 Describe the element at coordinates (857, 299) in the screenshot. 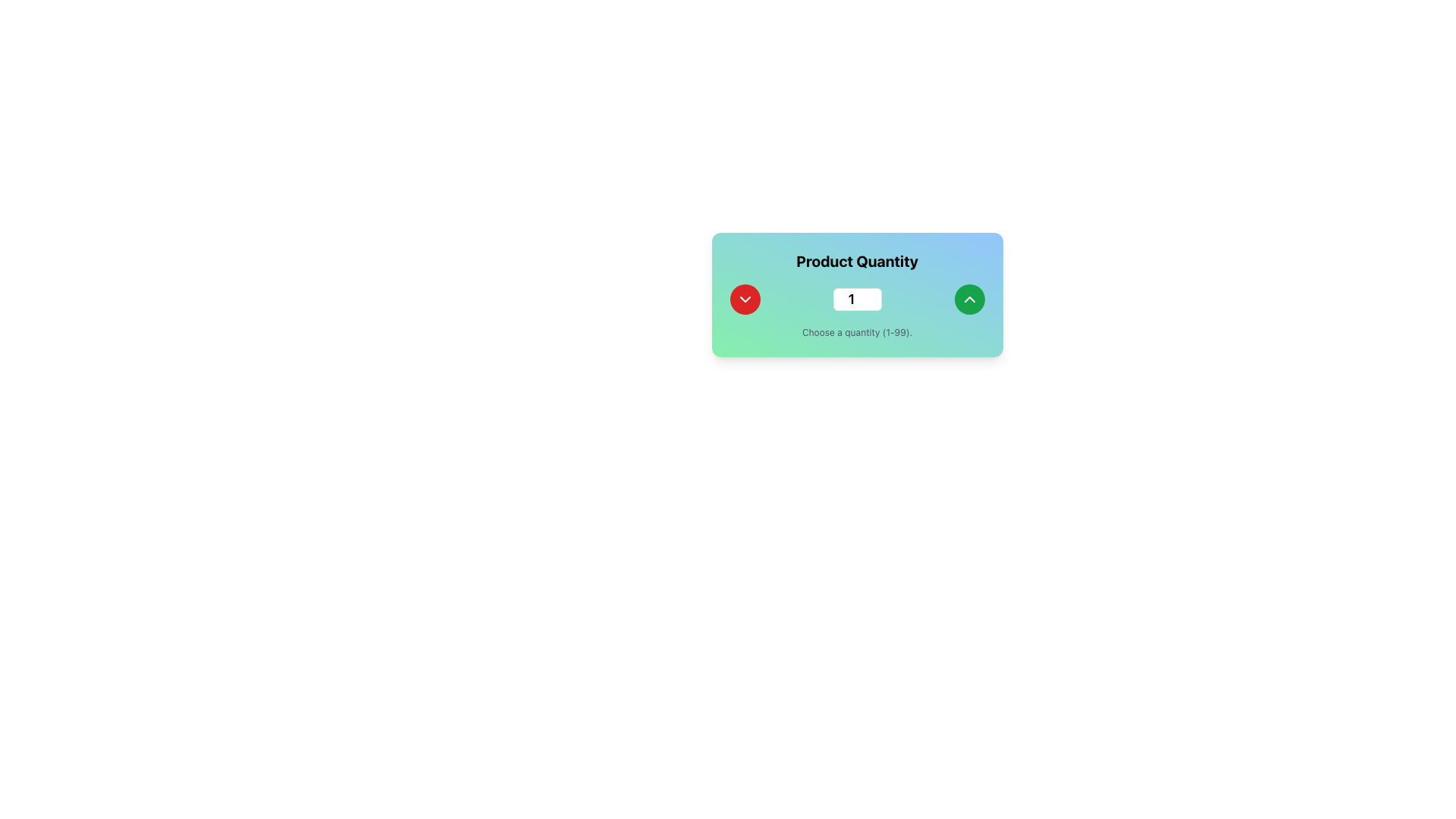

I see `the number input field located centrally between the red circular button with a downward arrow and the green circular button with an upward arrow to focus on it` at that location.